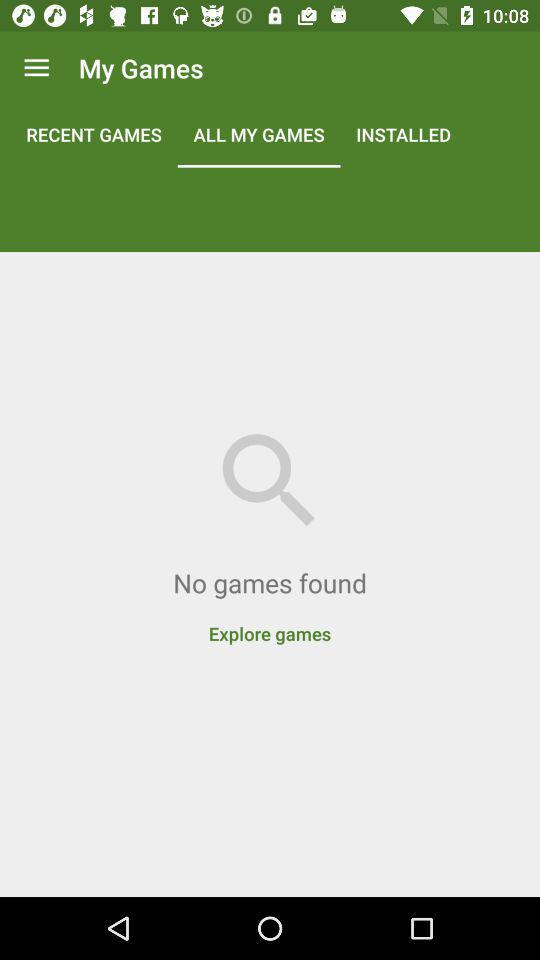  I want to click on item above the recent games item, so click(36, 68).